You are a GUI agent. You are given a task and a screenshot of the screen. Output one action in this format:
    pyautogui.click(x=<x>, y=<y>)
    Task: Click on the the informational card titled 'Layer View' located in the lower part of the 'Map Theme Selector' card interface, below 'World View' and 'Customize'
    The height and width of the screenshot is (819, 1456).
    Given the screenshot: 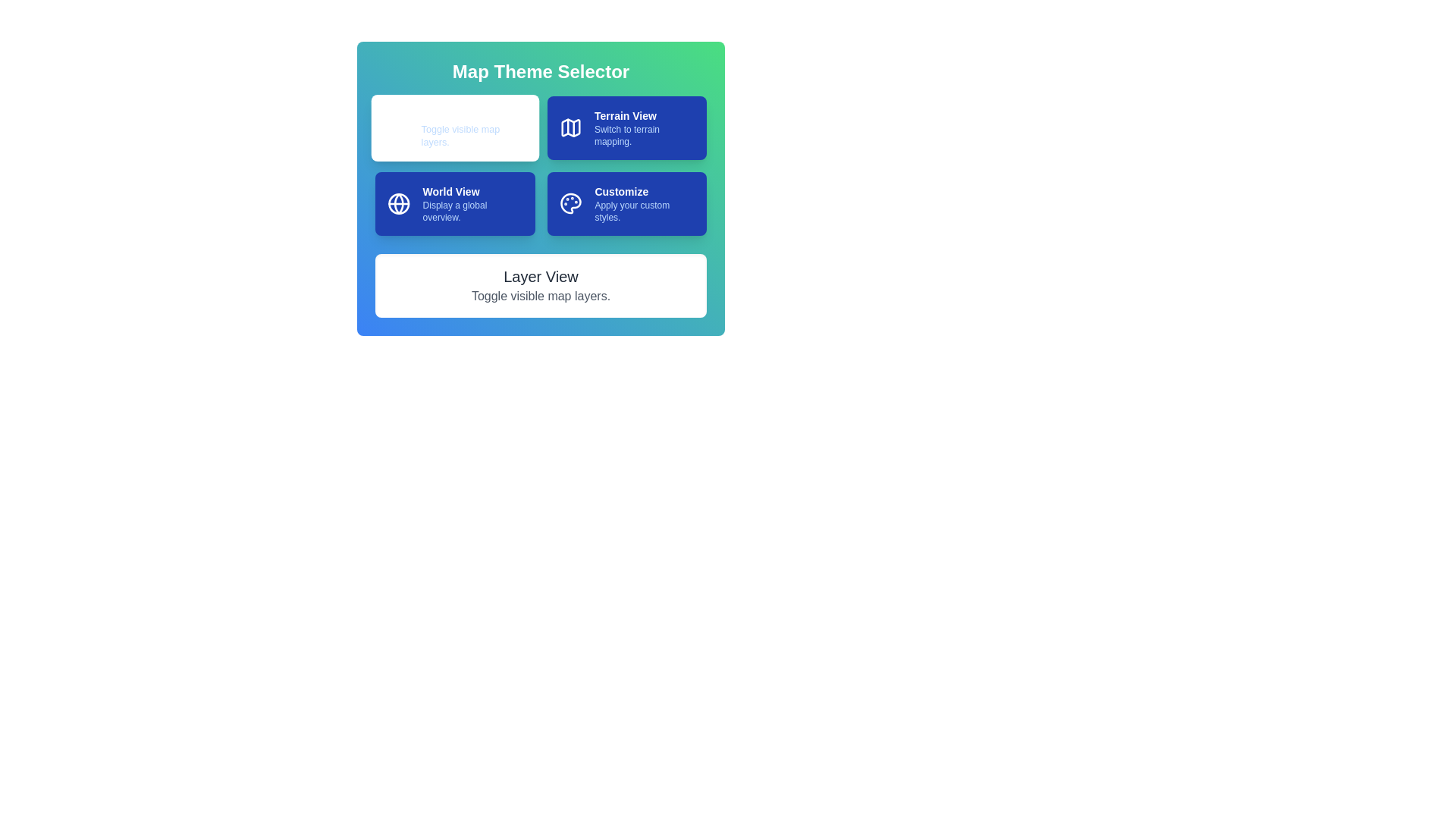 What is the action you would take?
    pyautogui.click(x=541, y=286)
    